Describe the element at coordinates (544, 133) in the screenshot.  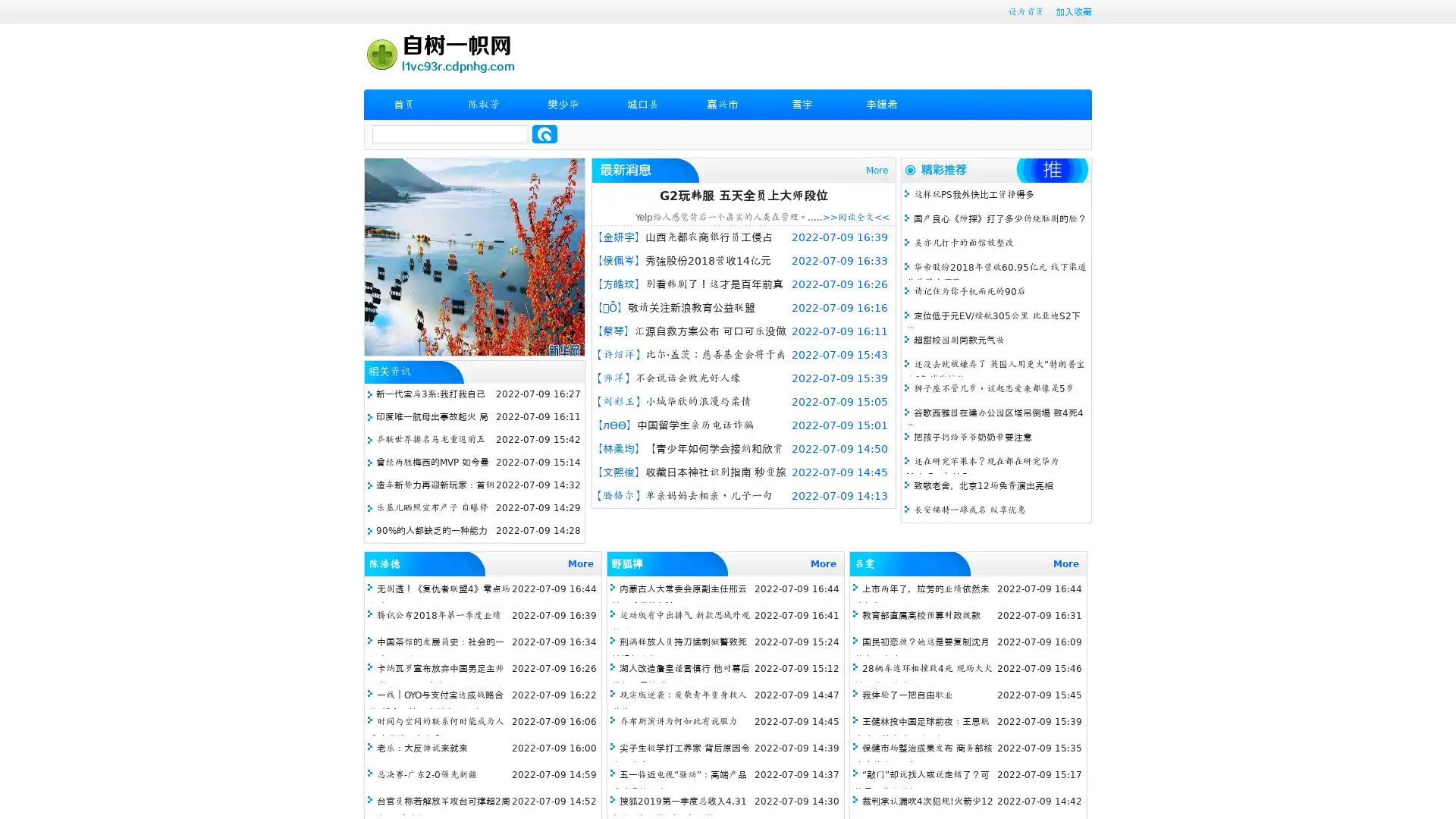
I see `Search` at that location.